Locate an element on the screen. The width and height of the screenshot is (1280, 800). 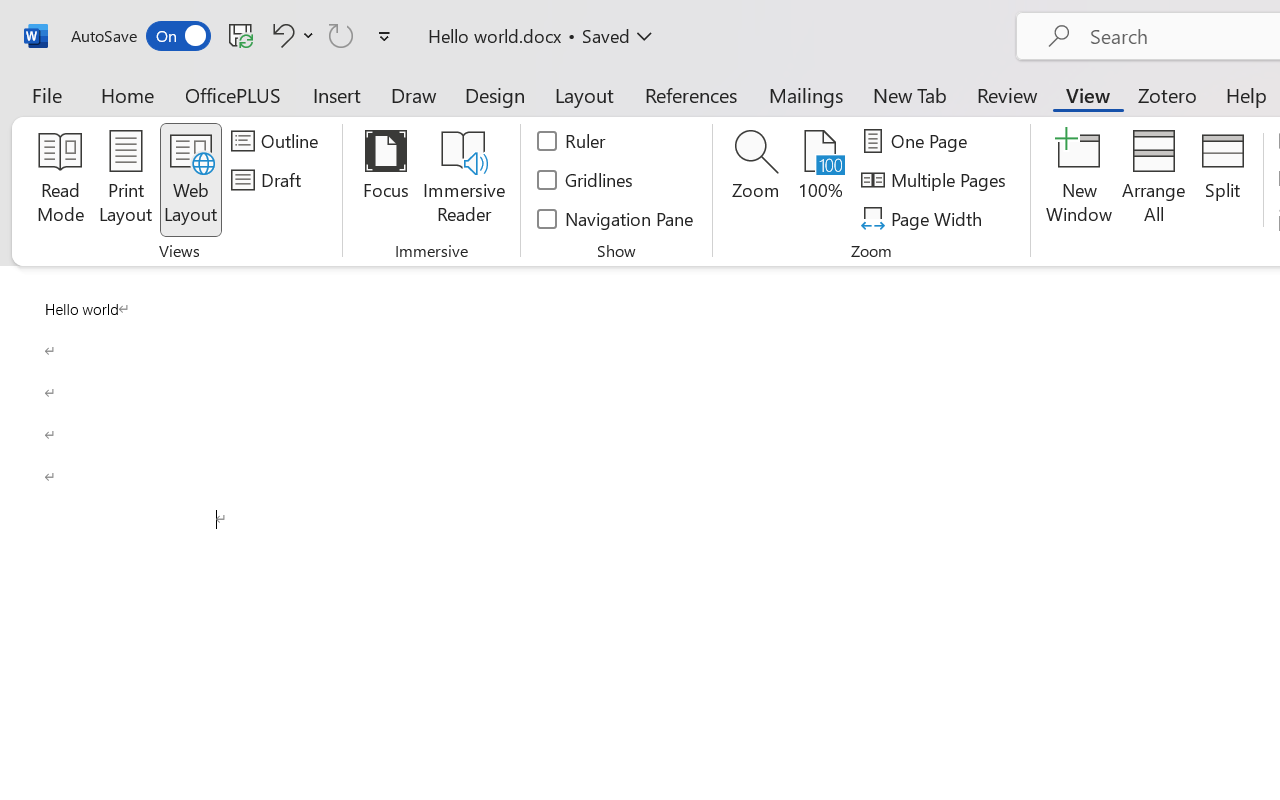
'Split' is located at coordinates (1222, 179).